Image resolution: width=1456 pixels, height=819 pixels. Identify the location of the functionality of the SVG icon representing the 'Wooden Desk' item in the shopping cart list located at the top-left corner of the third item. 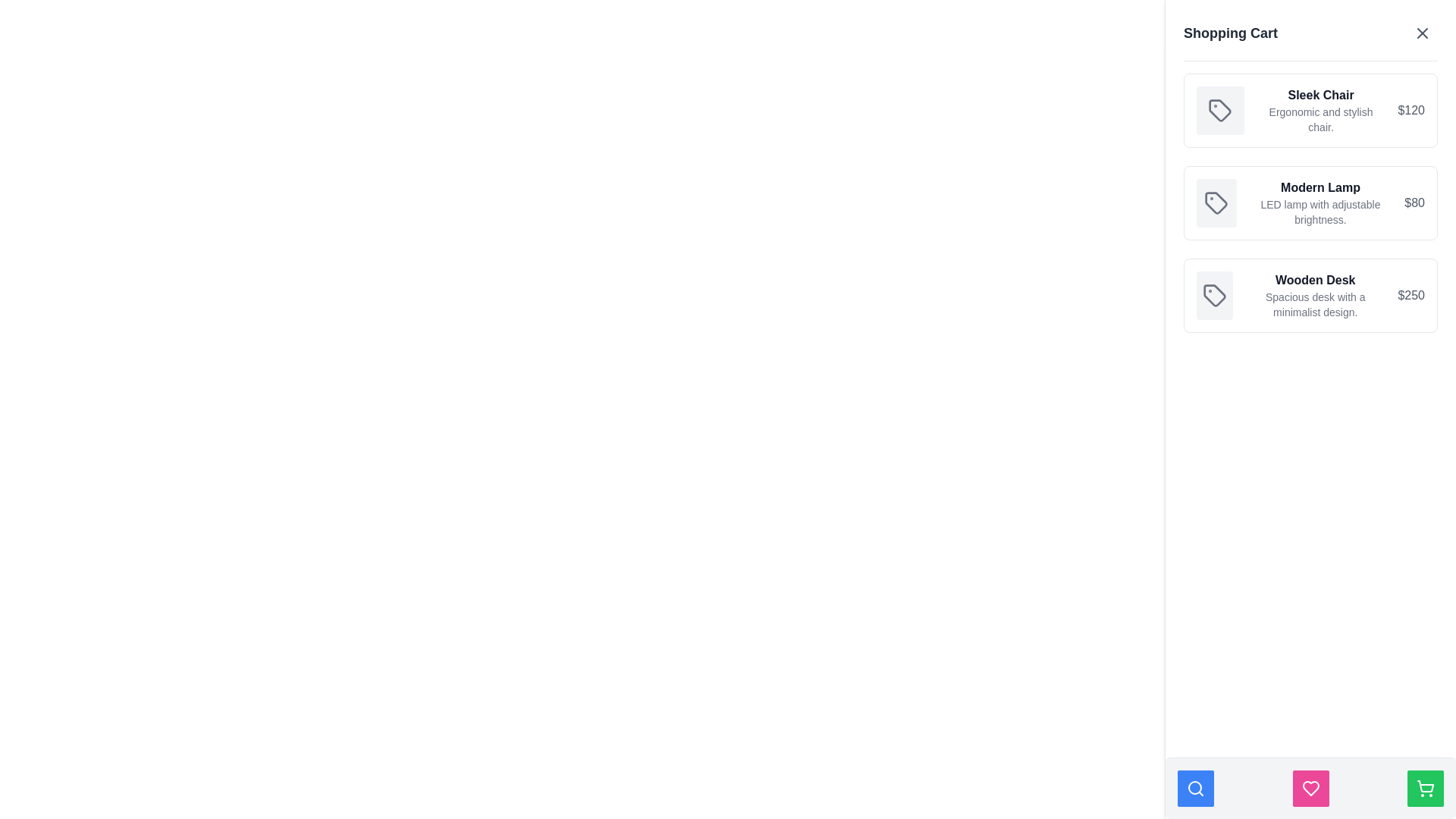
(1215, 295).